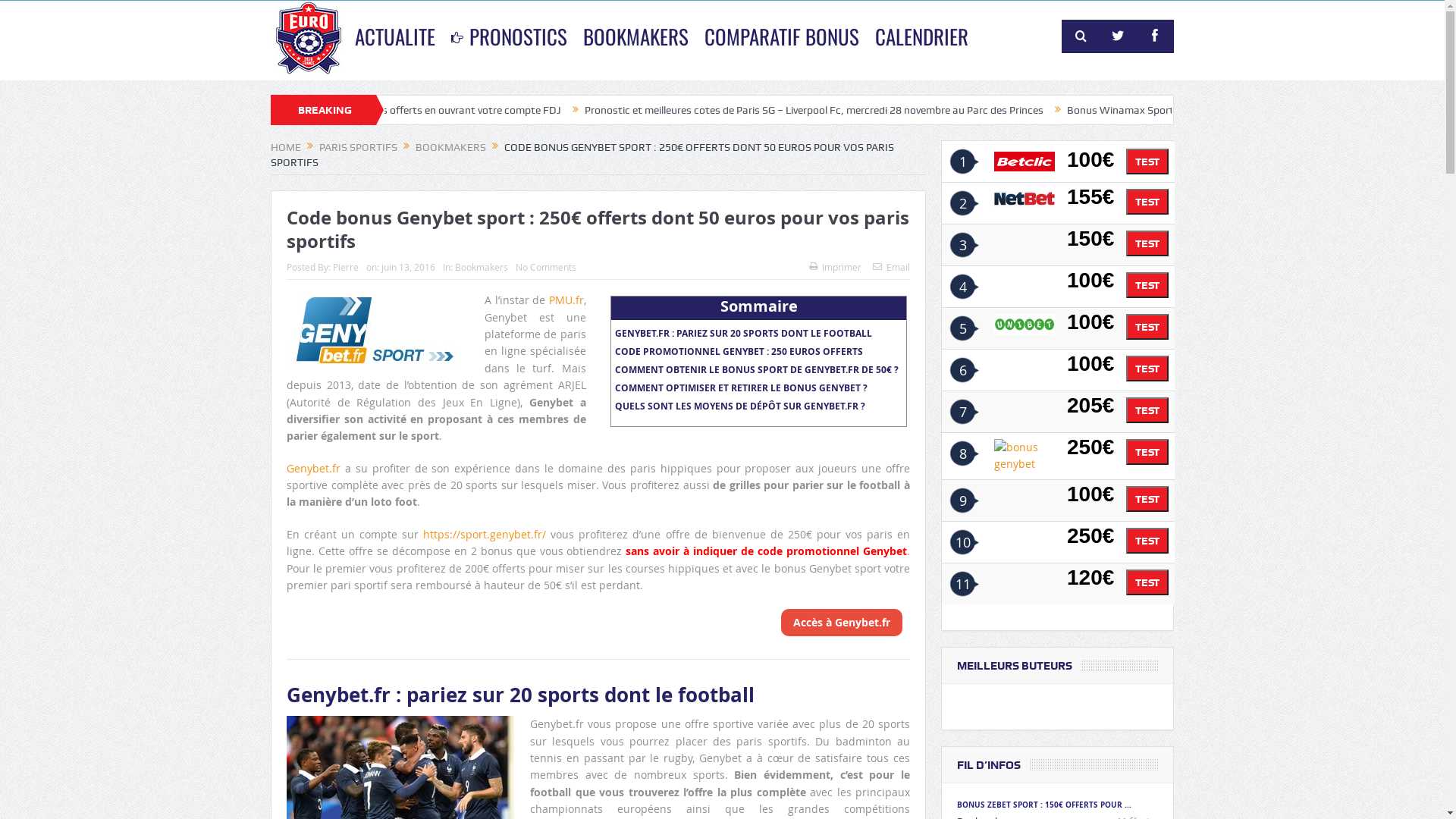 The image size is (1456, 819). What do you see at coordinates (743, 332) in the screenshot?
I see `'GENYBET.FR : PARIEZ SUR 20 SPORTS DONT LE FOOTBALL'` at bounding box center [743, 332].